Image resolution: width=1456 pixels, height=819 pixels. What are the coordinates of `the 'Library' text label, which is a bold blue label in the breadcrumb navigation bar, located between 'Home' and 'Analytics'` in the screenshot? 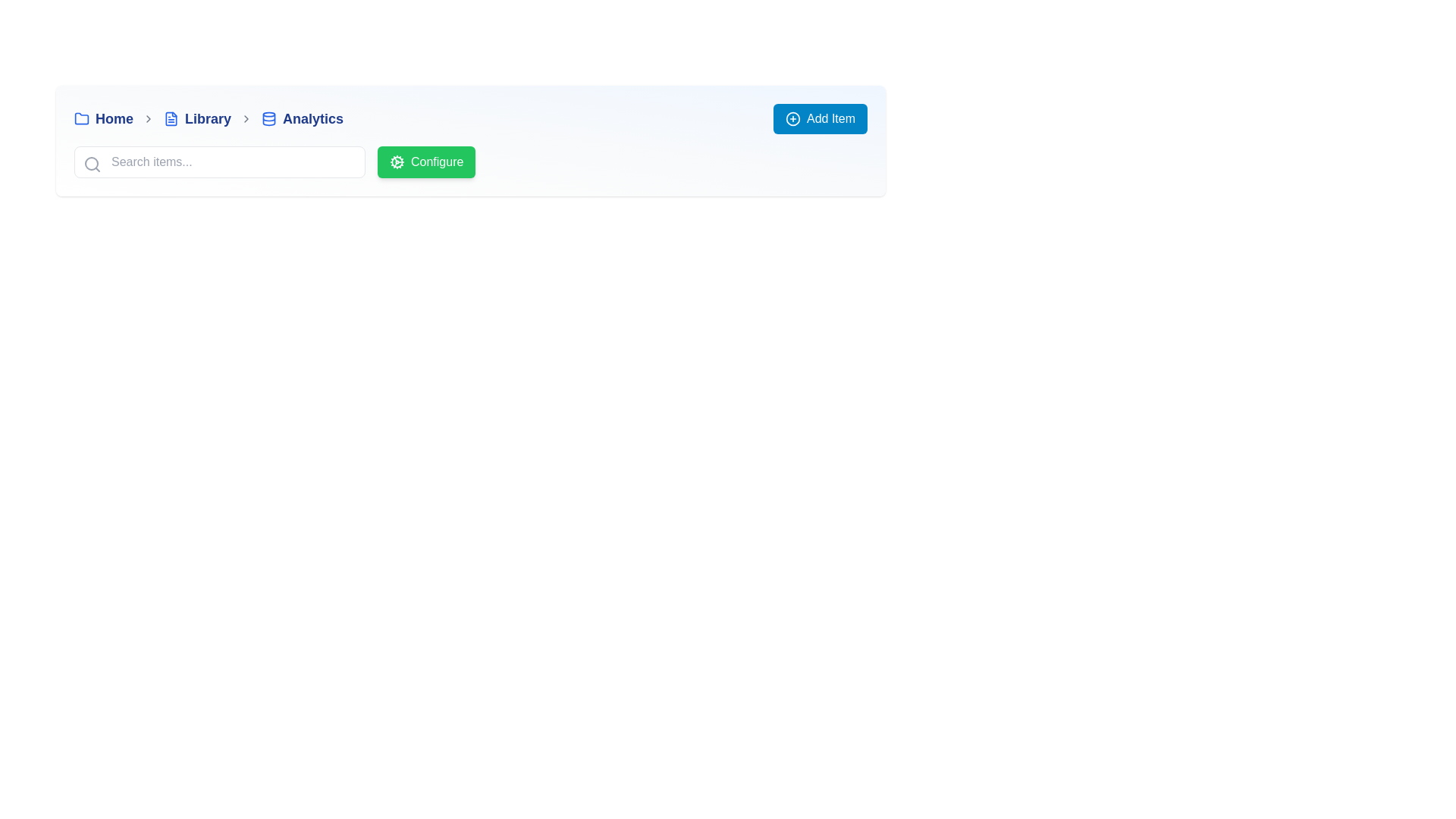 It's located at (207, 118).